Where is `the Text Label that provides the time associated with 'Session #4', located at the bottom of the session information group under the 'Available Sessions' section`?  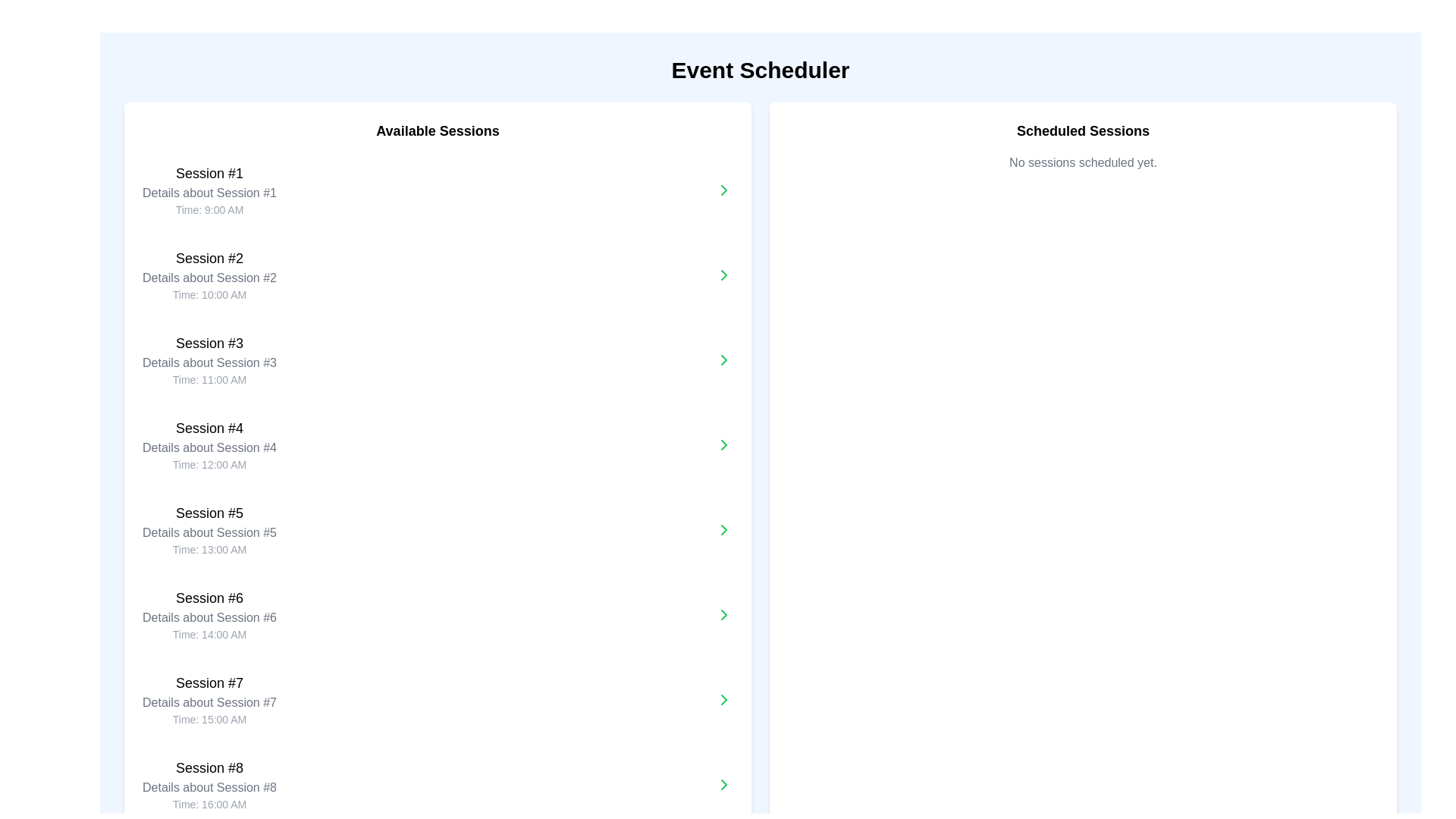 the Text Label that provides the time associated with 'Session #4', located at the bottom of the session information group under the 'Available Sessions' section is located at coordinates (209, 464).